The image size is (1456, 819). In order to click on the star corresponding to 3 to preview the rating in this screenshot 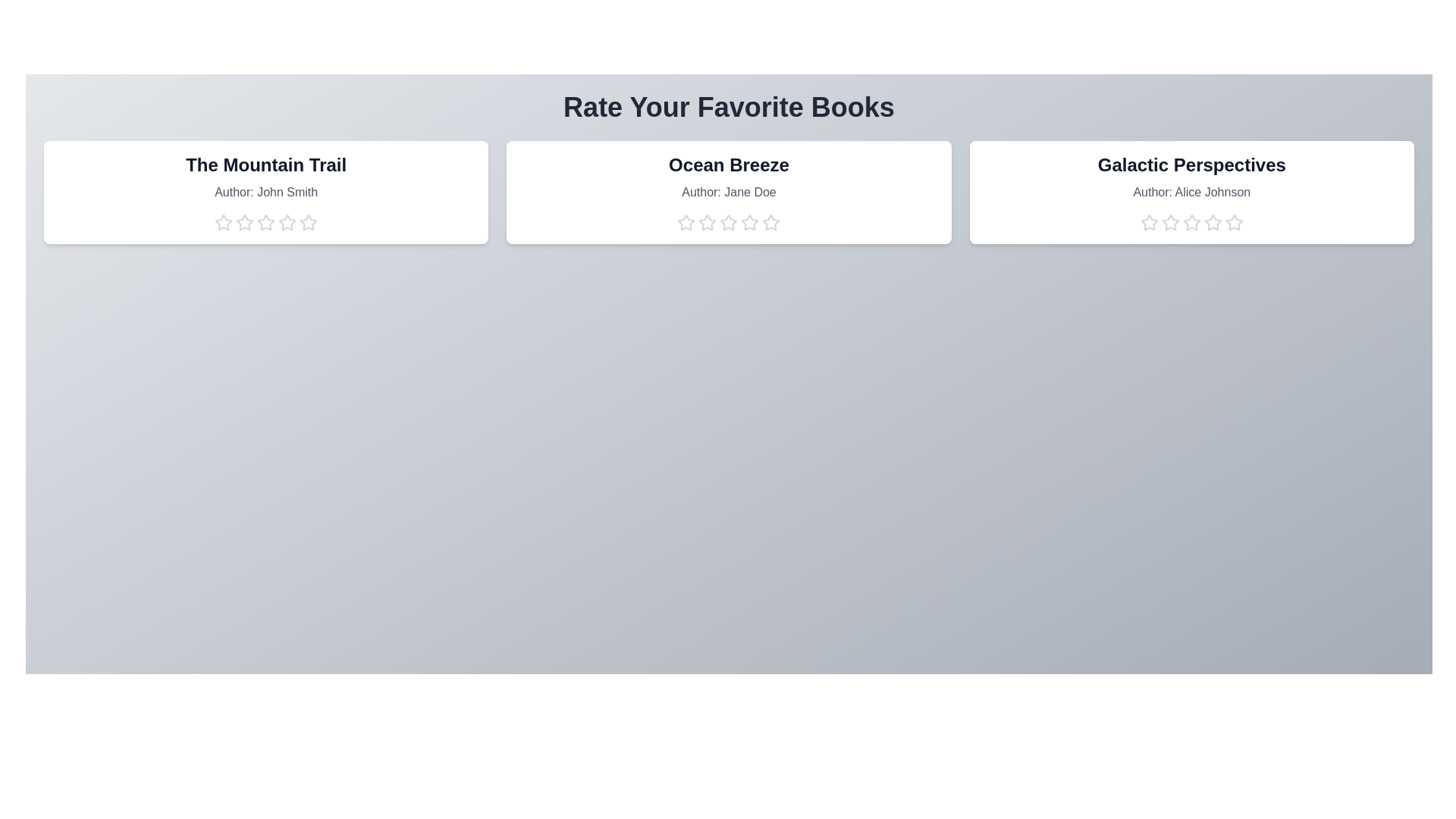, I will do `click(265, 222)`.